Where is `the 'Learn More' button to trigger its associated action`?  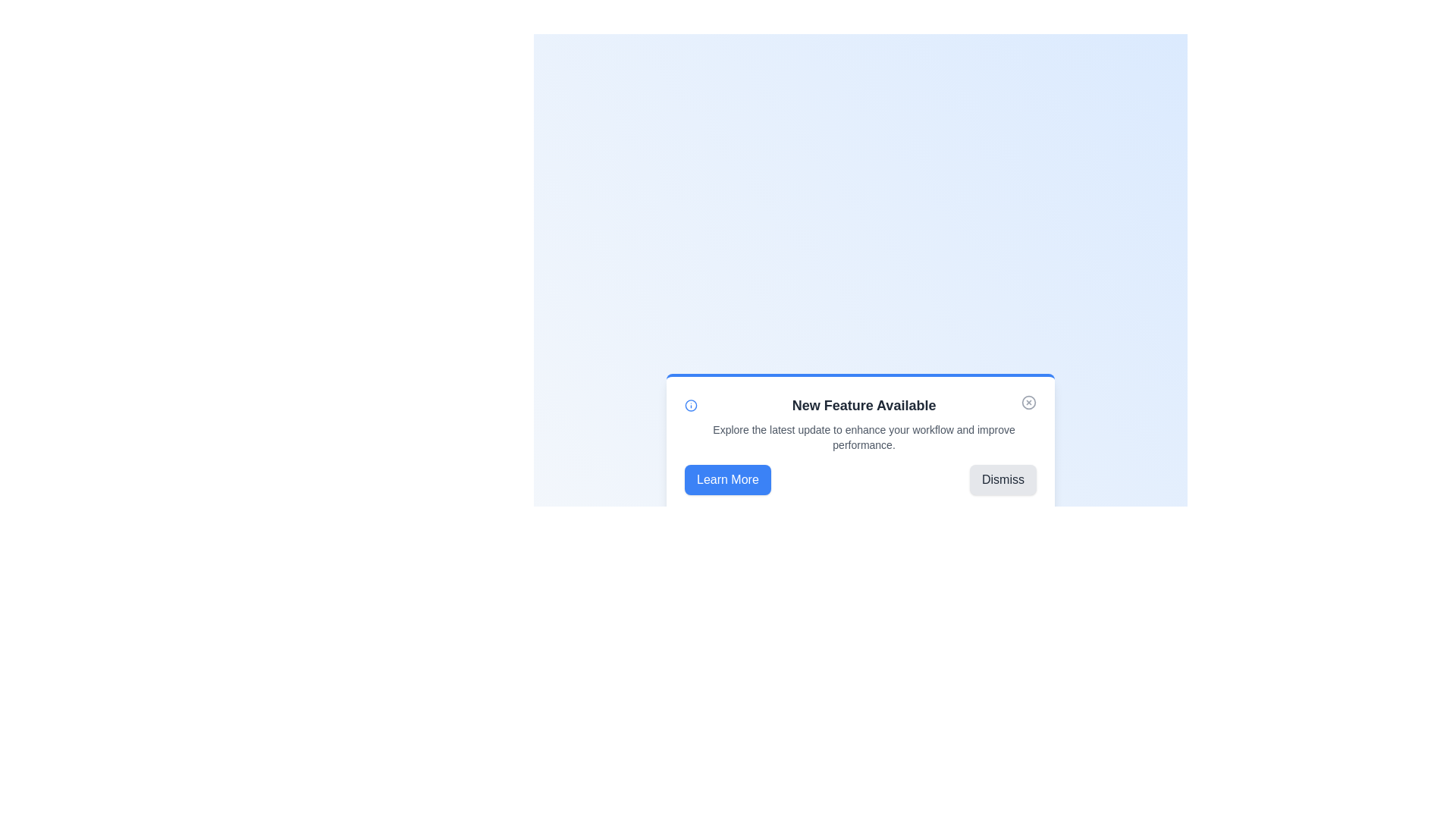 the 'Learn More' button to trigger its associated action is located at coordinates (726, 479).